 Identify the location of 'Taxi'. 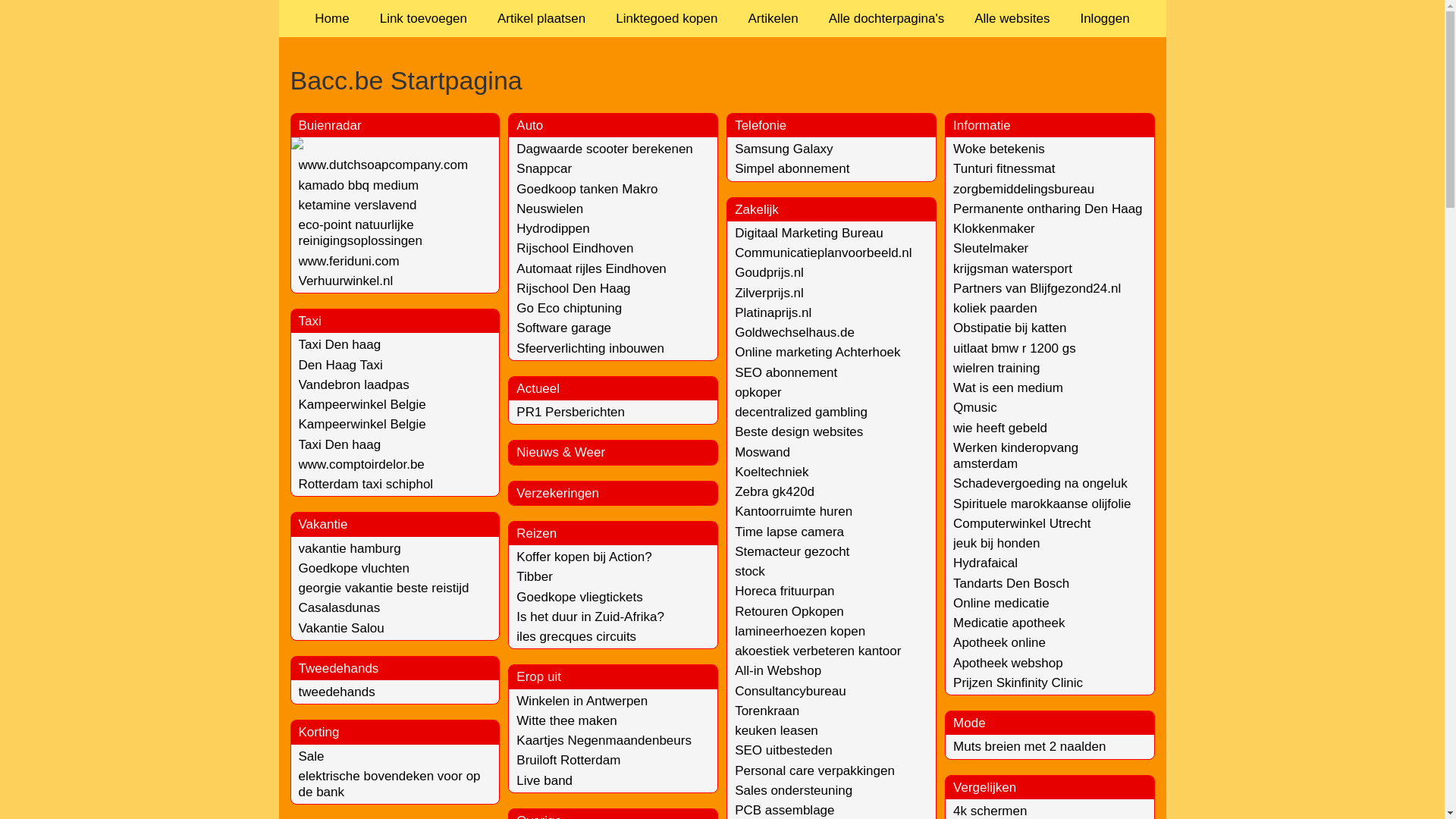
(309, 320).